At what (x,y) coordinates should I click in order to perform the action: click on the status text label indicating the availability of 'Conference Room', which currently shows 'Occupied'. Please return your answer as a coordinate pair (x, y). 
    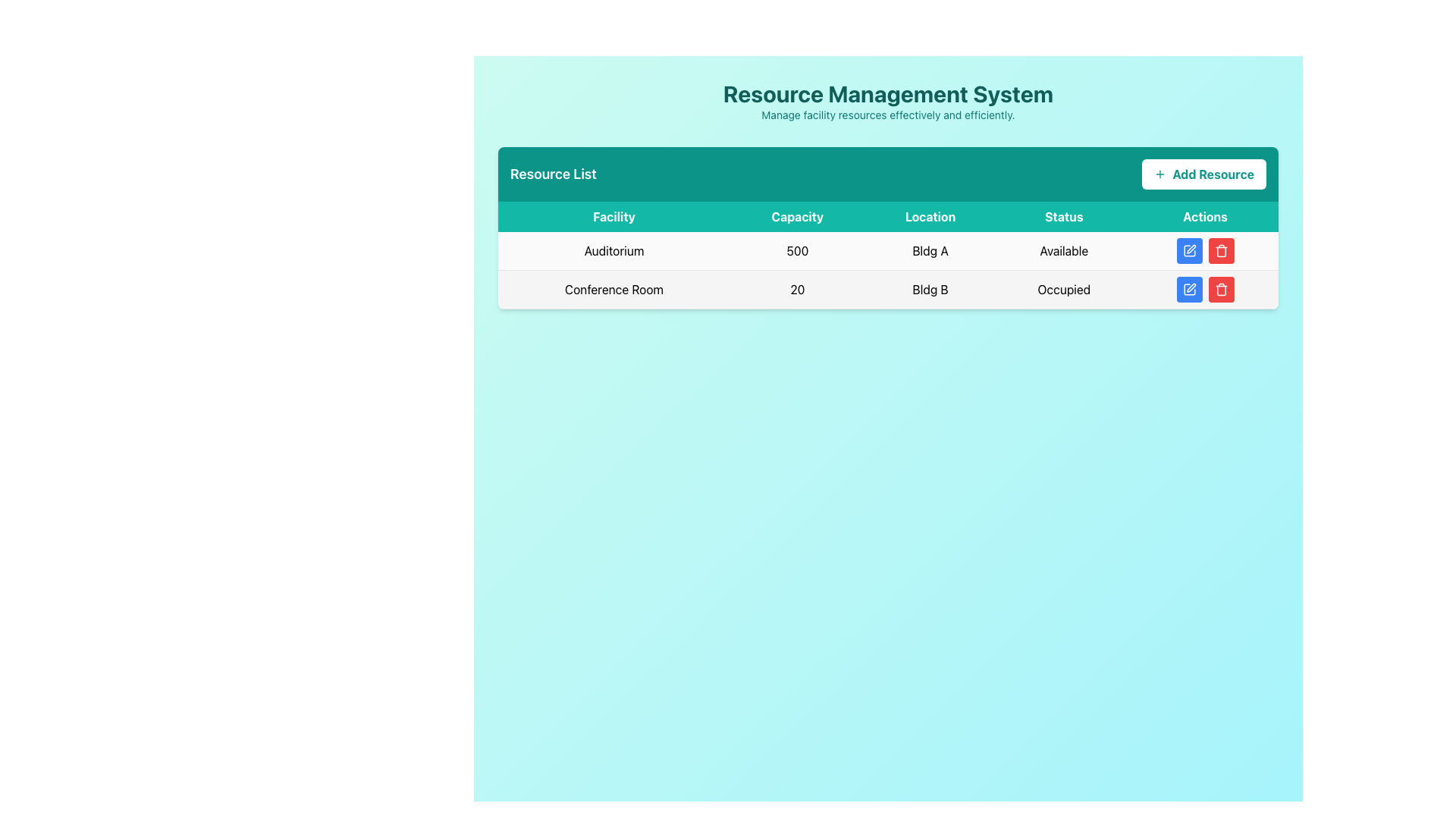
    Looking at the image, I should click on (1063, 289).